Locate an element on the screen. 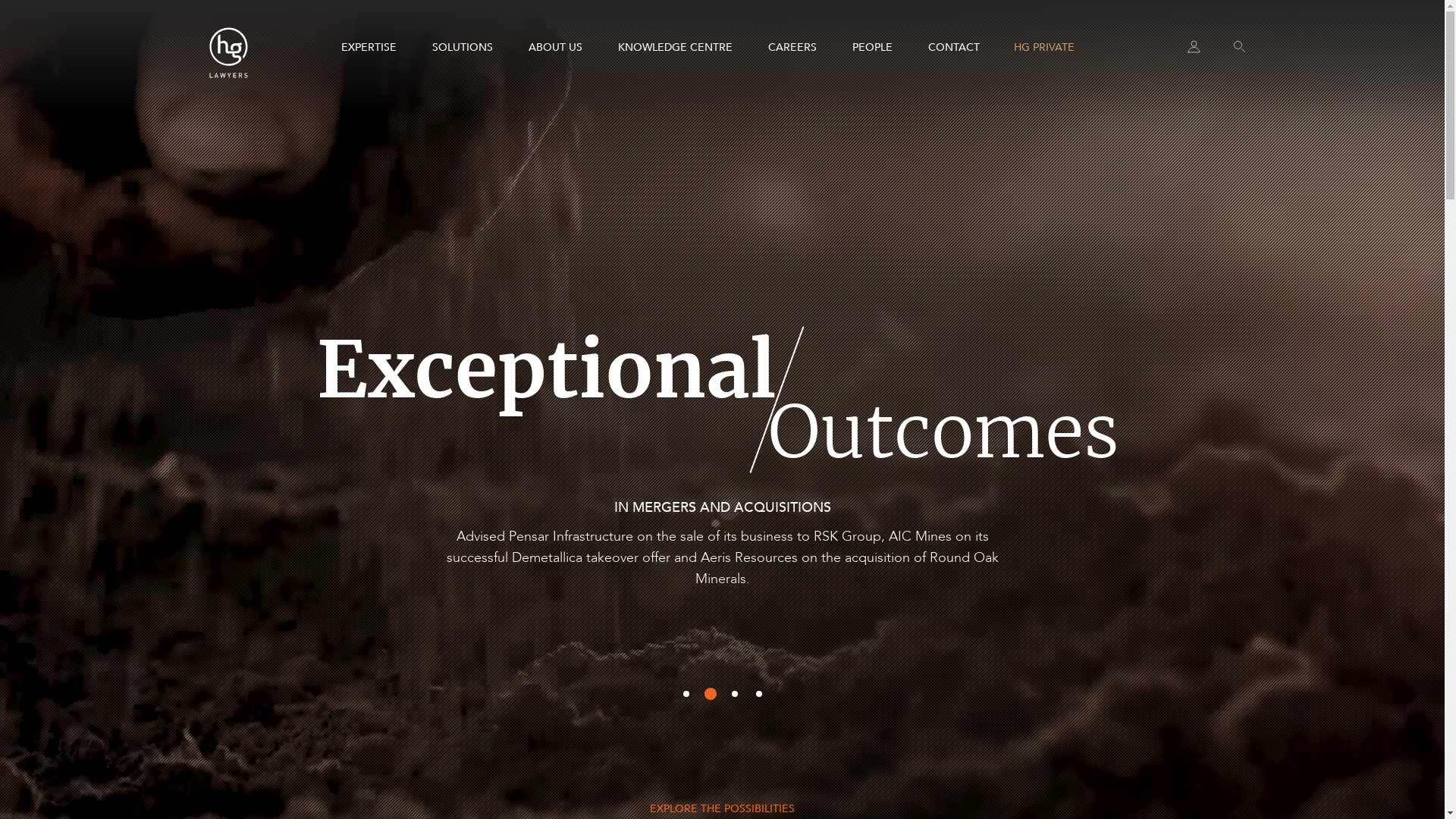 The height and width of the screenshot is (819, 1456). 'CONTACT' is located at coordinates (952, 46).